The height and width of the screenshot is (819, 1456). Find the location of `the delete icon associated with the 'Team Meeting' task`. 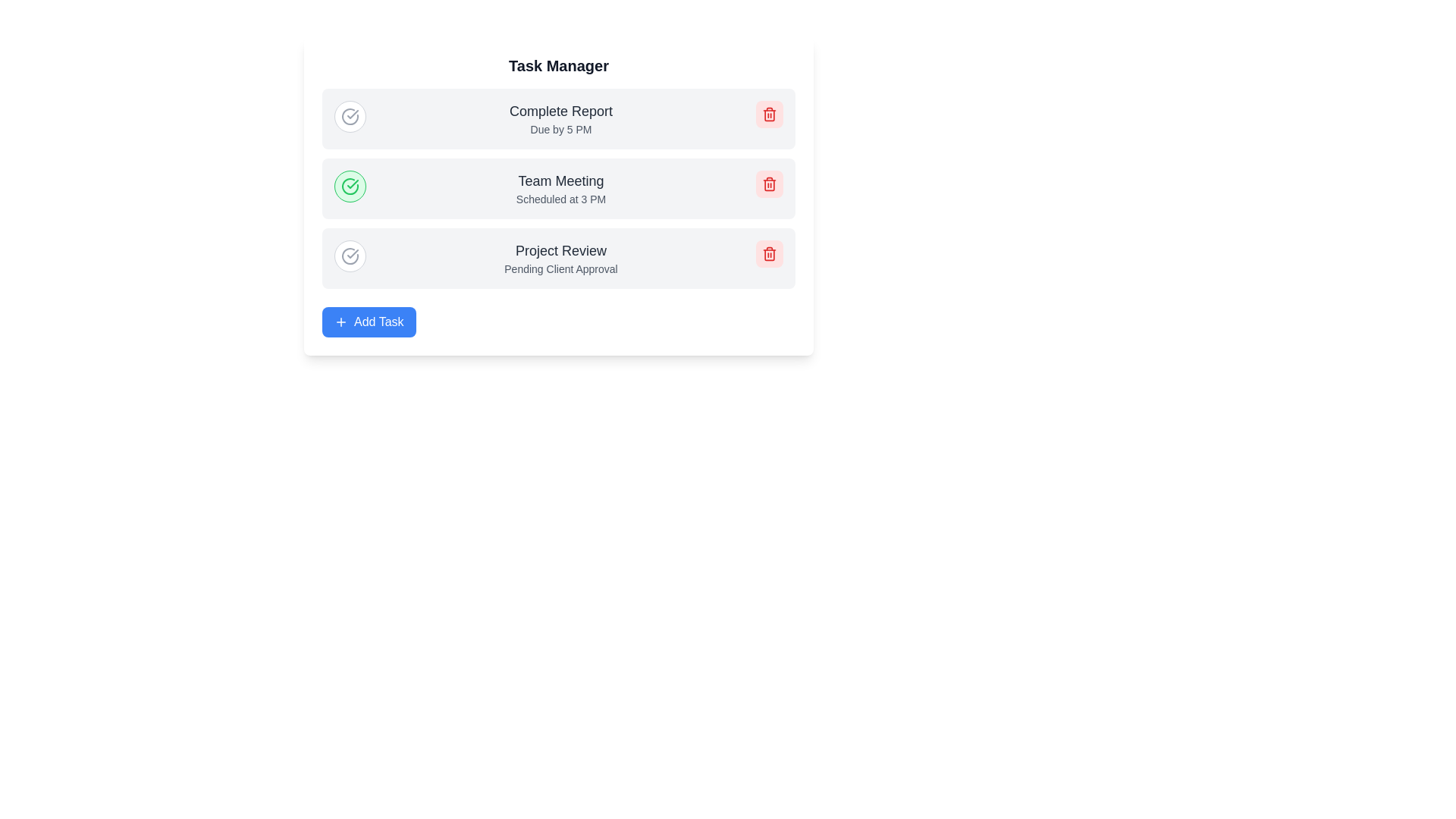

the delete icon associated with the 'Team Meeting' task is located at coordinates (769, 184).